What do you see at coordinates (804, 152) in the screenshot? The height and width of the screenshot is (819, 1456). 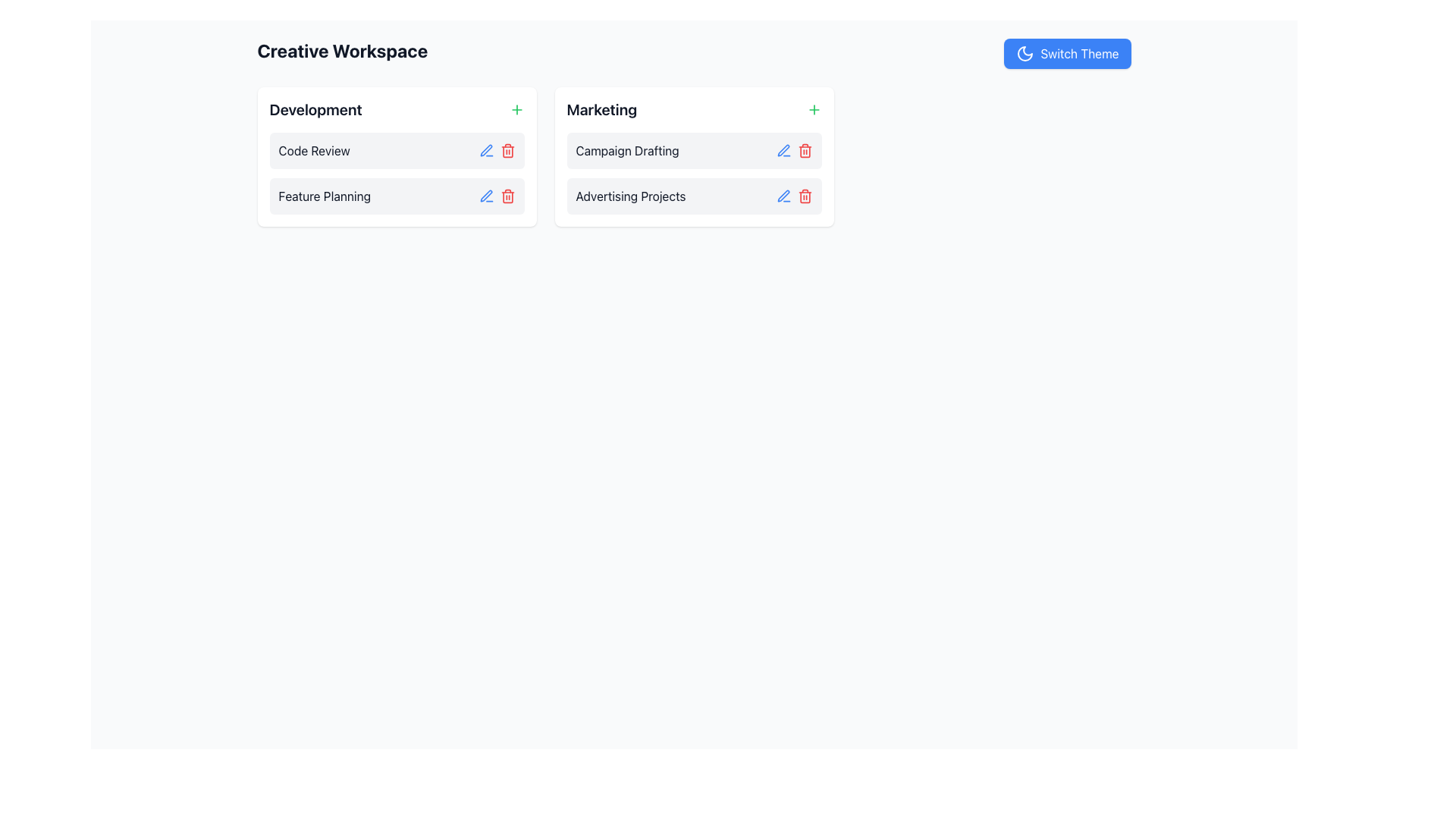 I see `the trash bin icon located in the top-right corner of the 'Marketing' card, which represents a delete action` at bounding box center [804, 152].